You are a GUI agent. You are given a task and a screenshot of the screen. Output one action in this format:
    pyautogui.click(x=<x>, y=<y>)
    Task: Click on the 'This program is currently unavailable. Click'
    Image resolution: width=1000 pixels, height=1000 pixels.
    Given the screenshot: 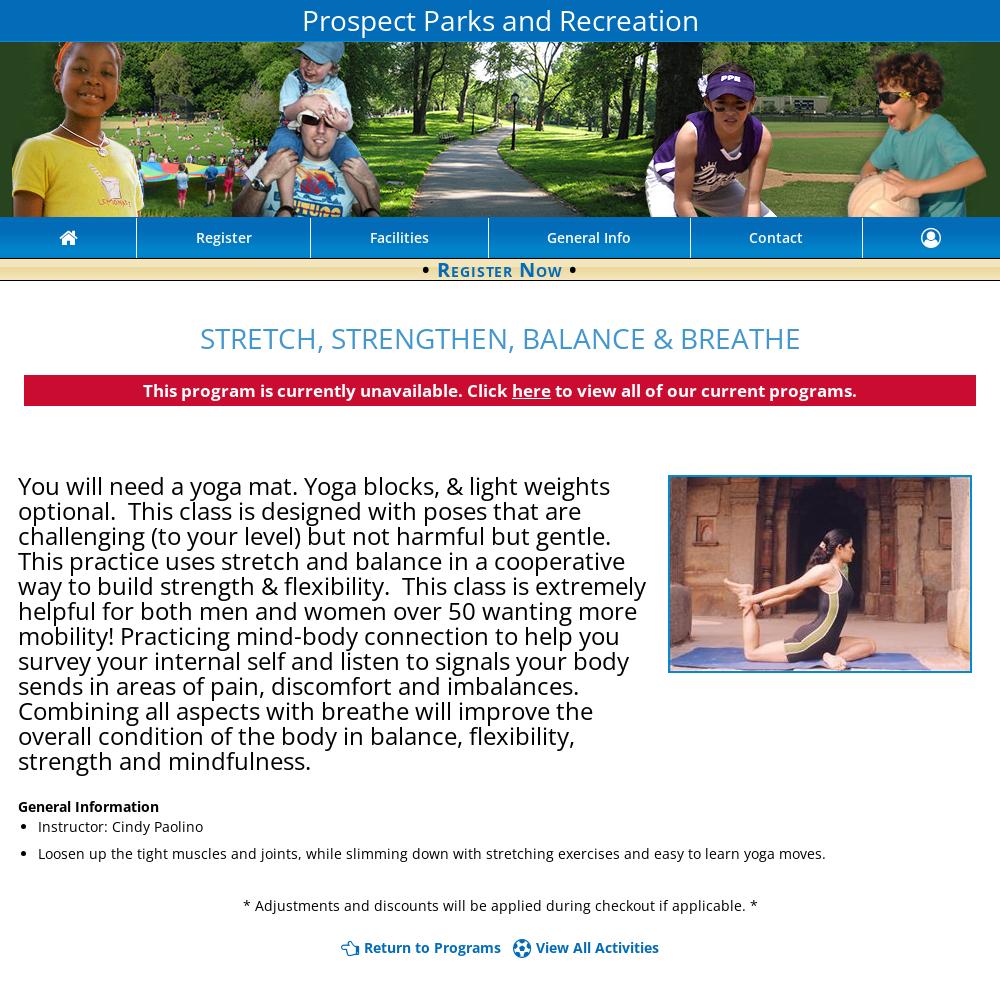 What is the action you would take?
    pyautogui.click(x=326, y=389)
    